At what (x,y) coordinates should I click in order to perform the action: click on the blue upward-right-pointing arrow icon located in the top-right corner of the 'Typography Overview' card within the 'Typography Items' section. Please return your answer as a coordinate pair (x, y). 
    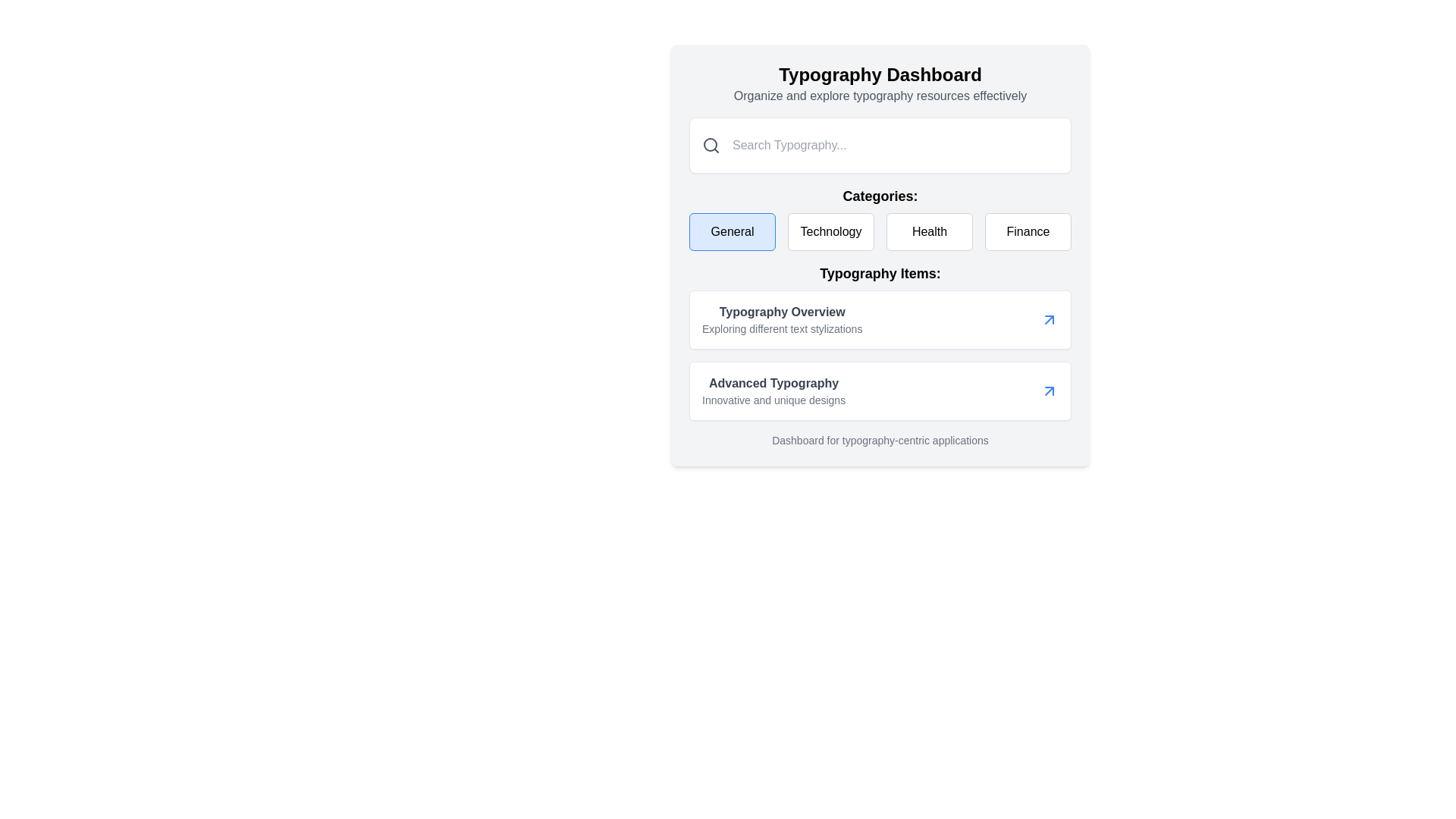
    Looking at the image, I should click on (1048, 318).